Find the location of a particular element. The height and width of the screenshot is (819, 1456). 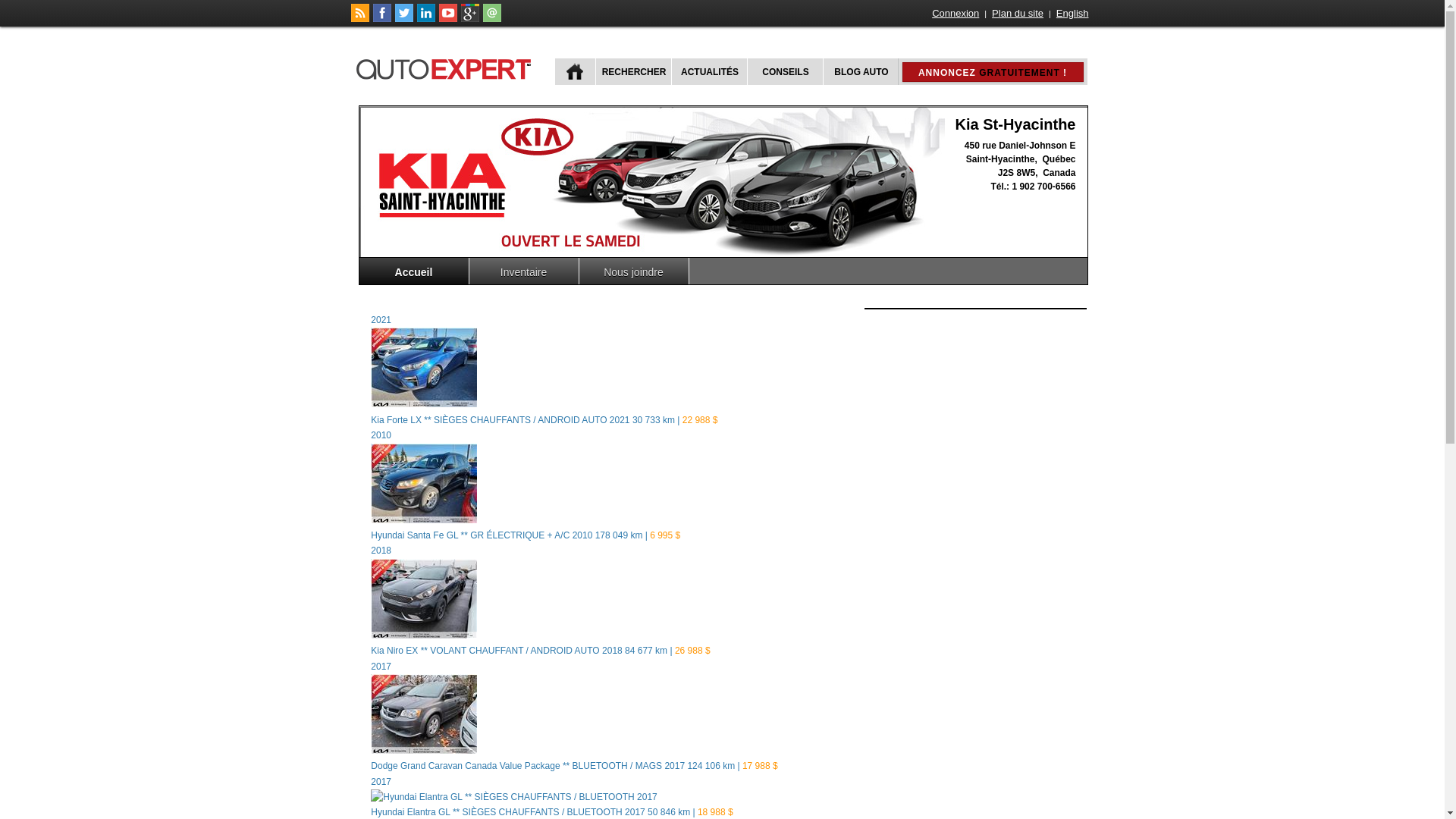

'Connexion' is located at coordinates (930, 13).